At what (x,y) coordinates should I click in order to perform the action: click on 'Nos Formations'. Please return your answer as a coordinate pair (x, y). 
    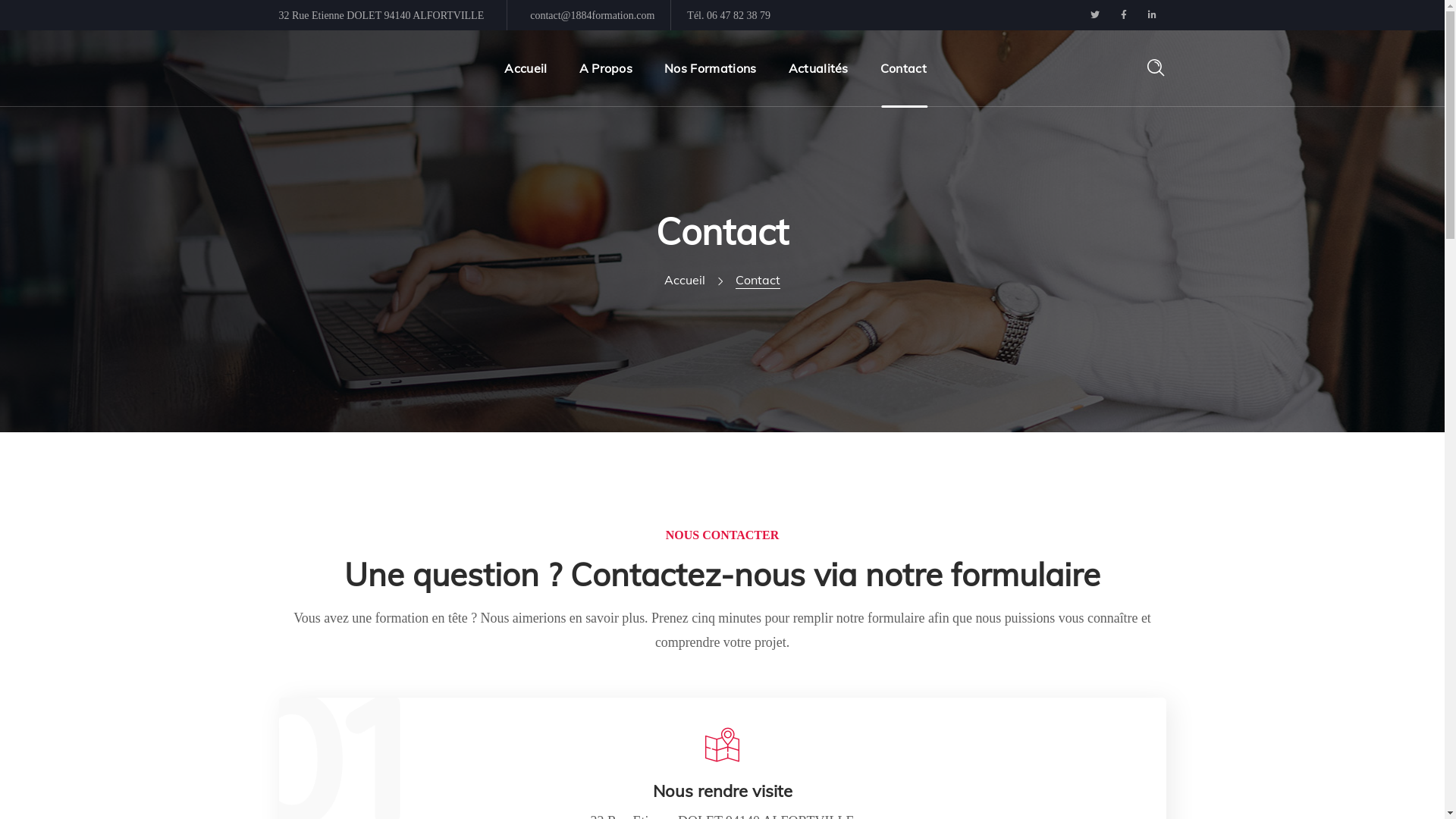
    Looking at the image, I should click on (709, 67).